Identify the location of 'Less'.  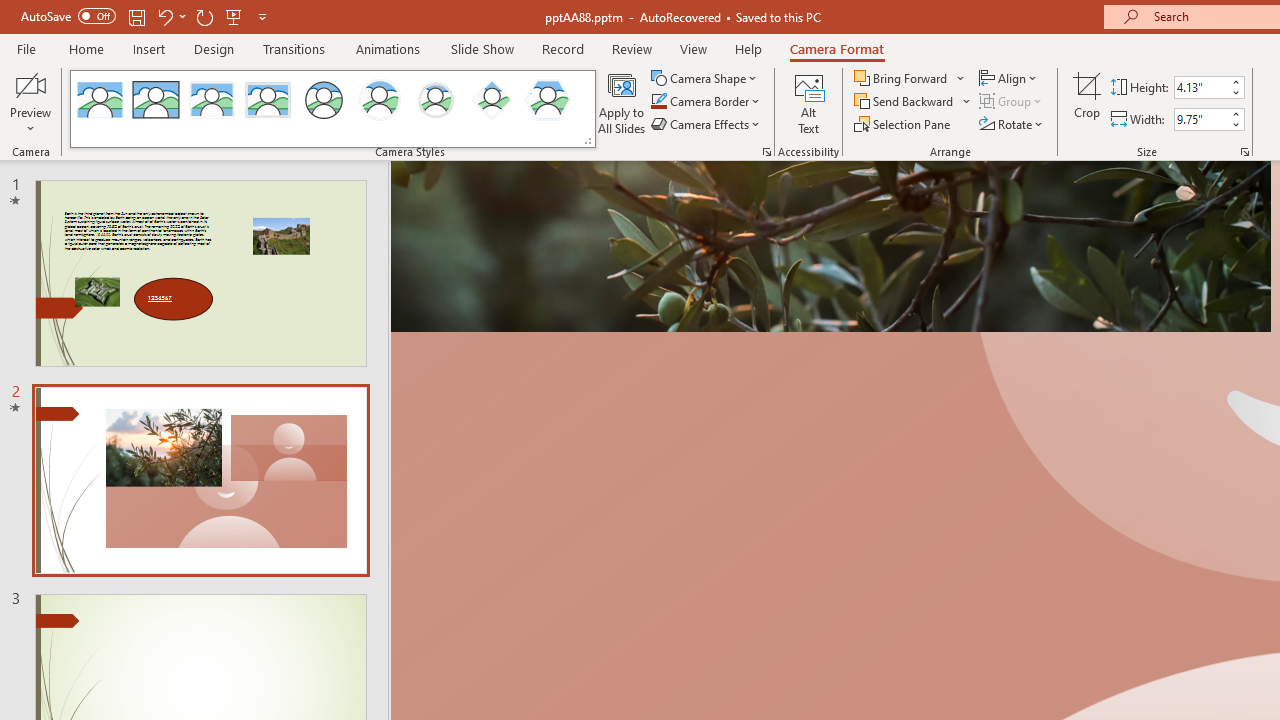
(1234, 124).